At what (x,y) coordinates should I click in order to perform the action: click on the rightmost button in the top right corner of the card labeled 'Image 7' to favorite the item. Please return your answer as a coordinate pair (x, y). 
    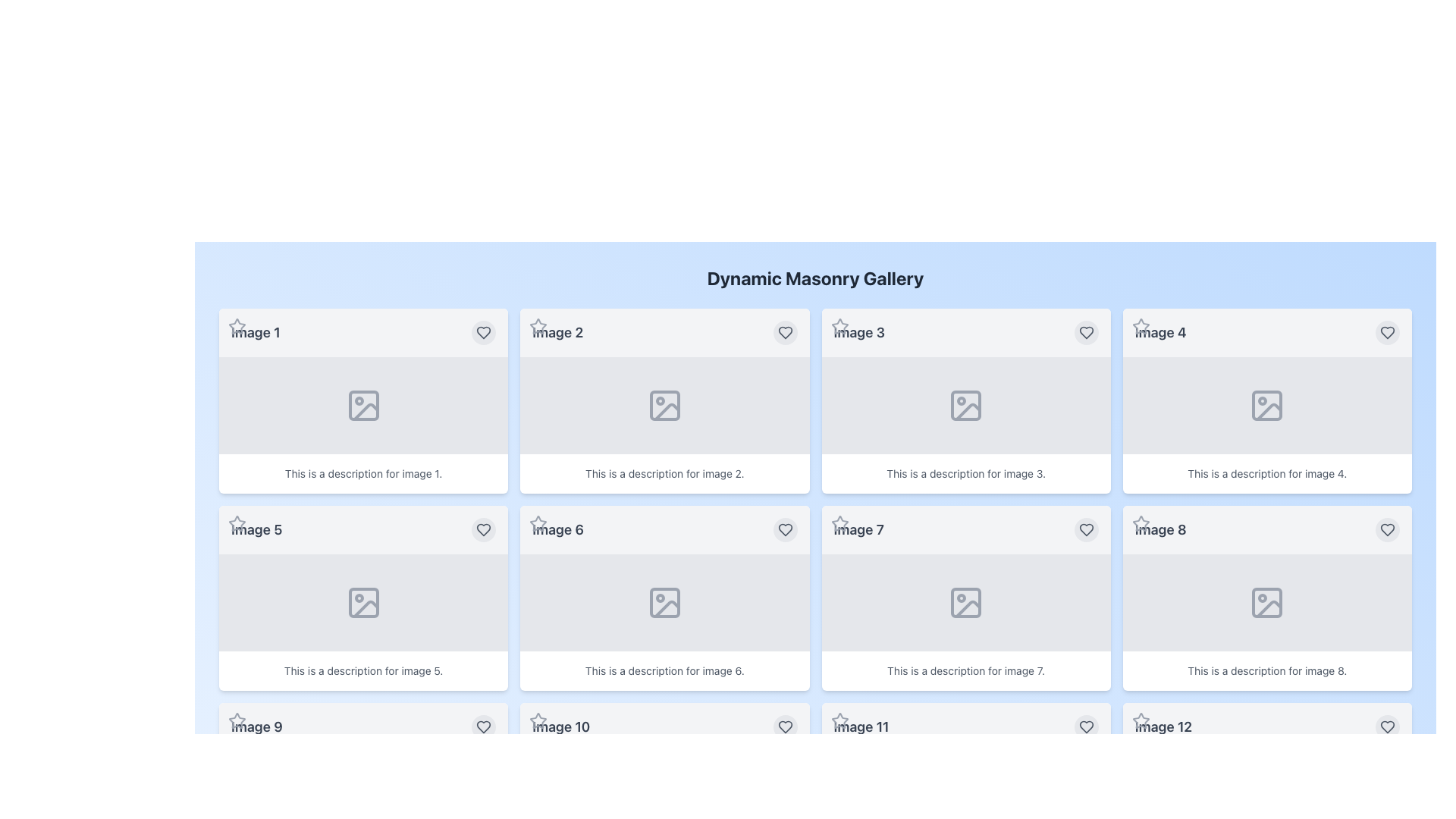
    Looking at the image, I should click on (1085, 529).